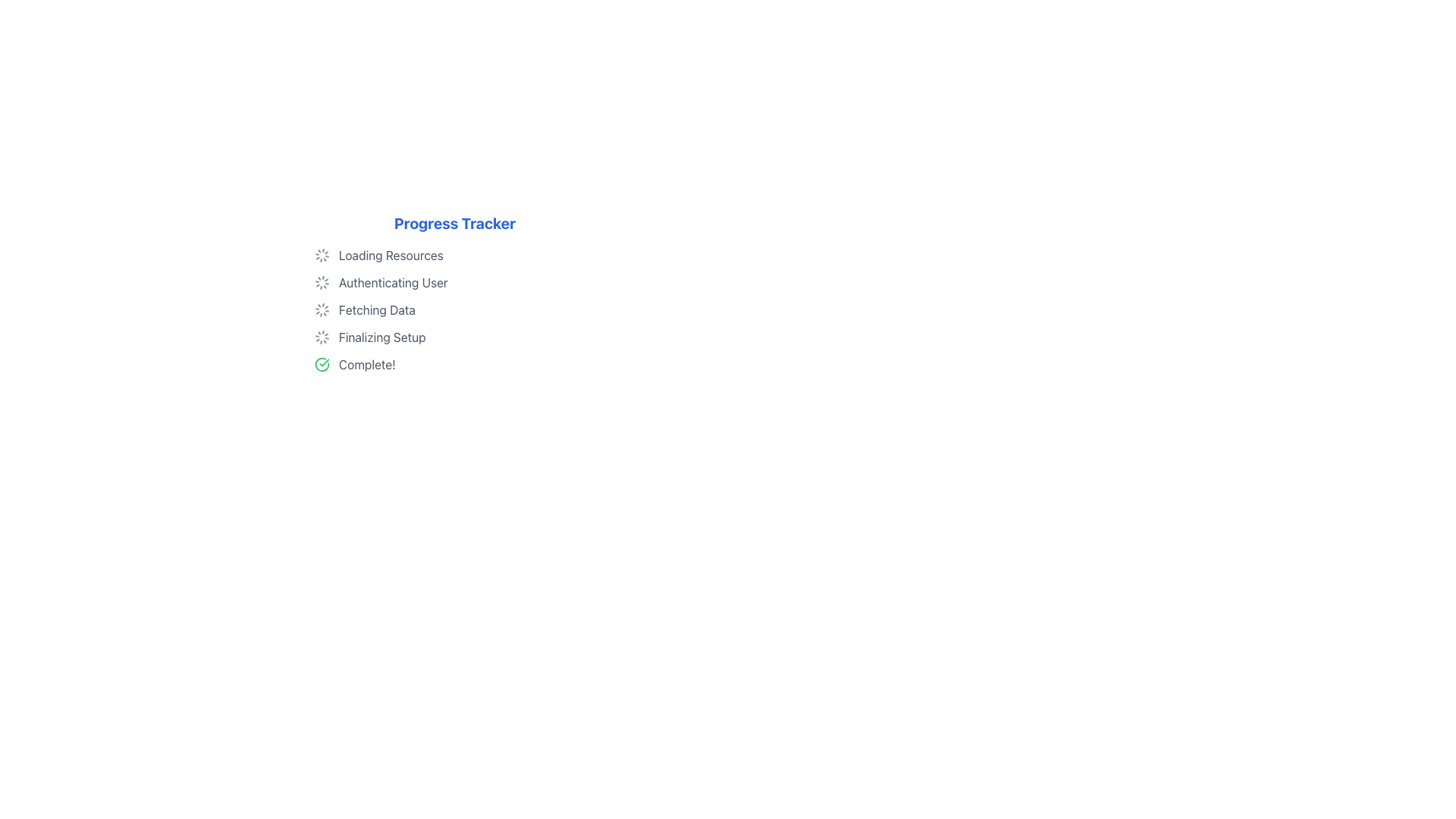 This screenshot has height=819, width=1456. Describe the element at coordinates (322, 283) in the screenshot. I see `the gray circular Loader/Spinner icon located next to the text 'Authenticating User' under the 'Progress Tracker' heading` at that location.